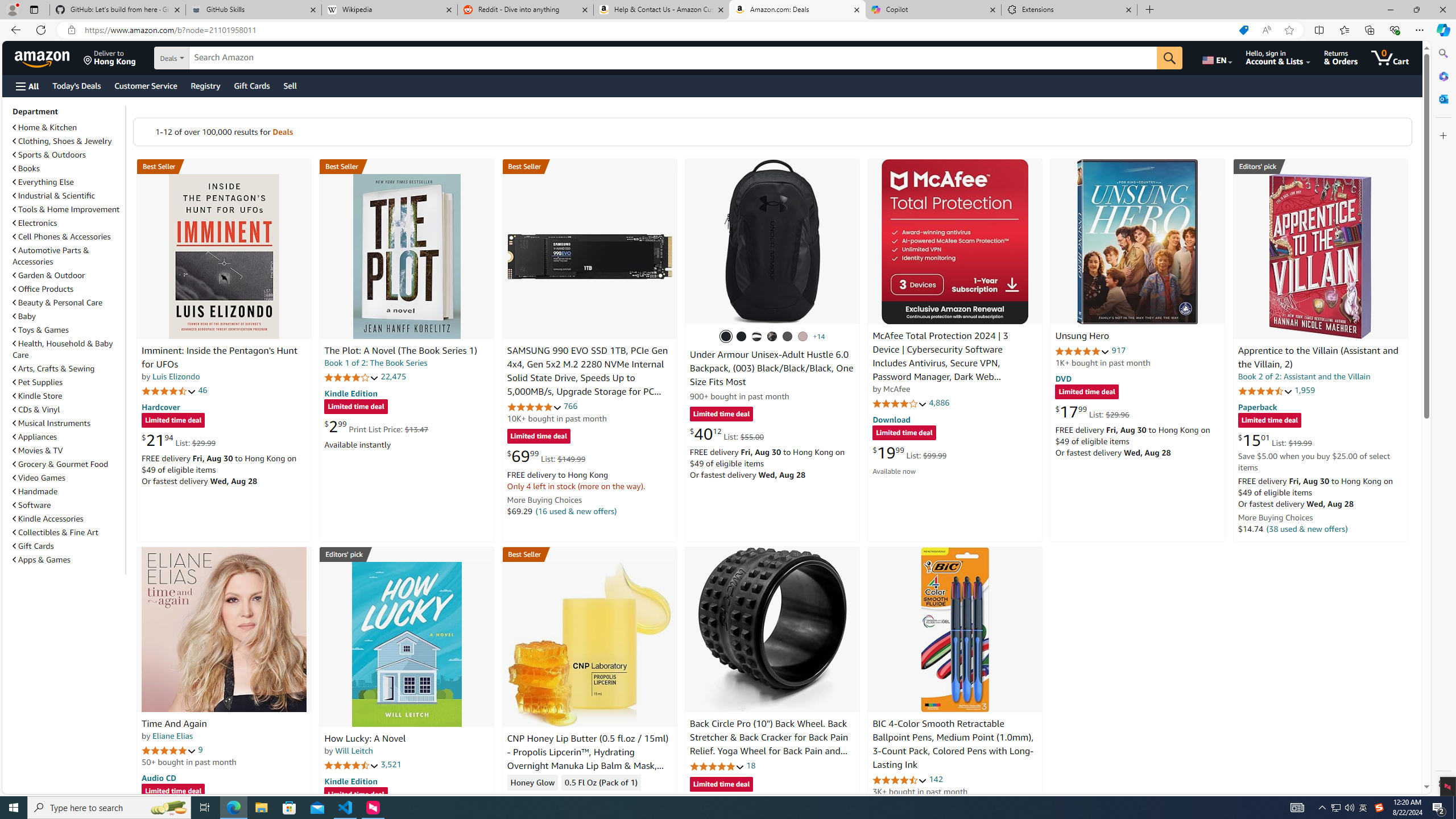 Image resolution: width=1456 pixels, height=819 pixels. What do you see at coordinates (55, 532) in the screenshot?
I see `'Collectibles & Fine Art'` at bounding box center [55, 532].